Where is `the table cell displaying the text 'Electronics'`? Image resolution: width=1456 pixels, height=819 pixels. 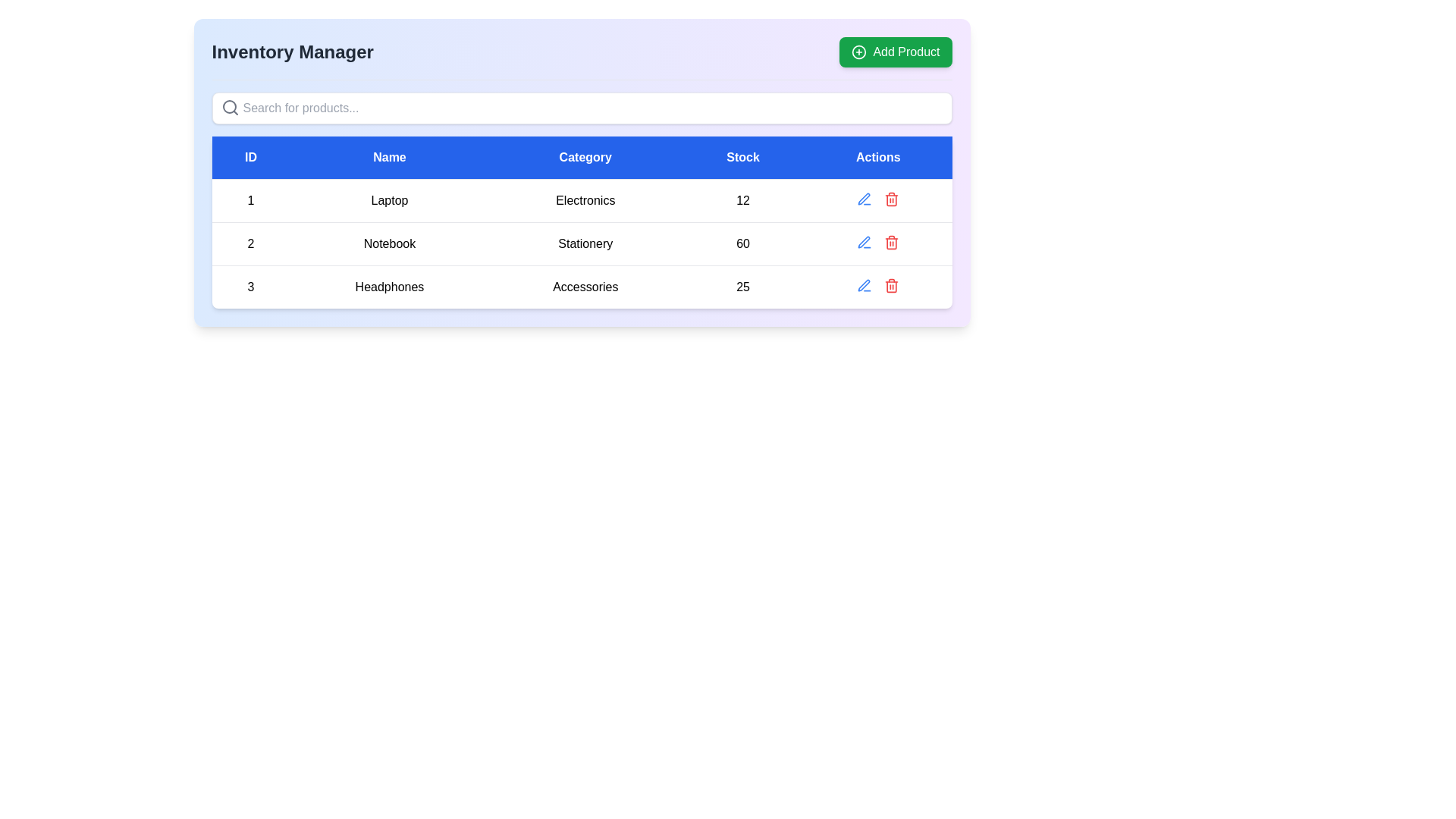
the table cell displaying the text 'Electronics' is located at coordinates (581, 200).